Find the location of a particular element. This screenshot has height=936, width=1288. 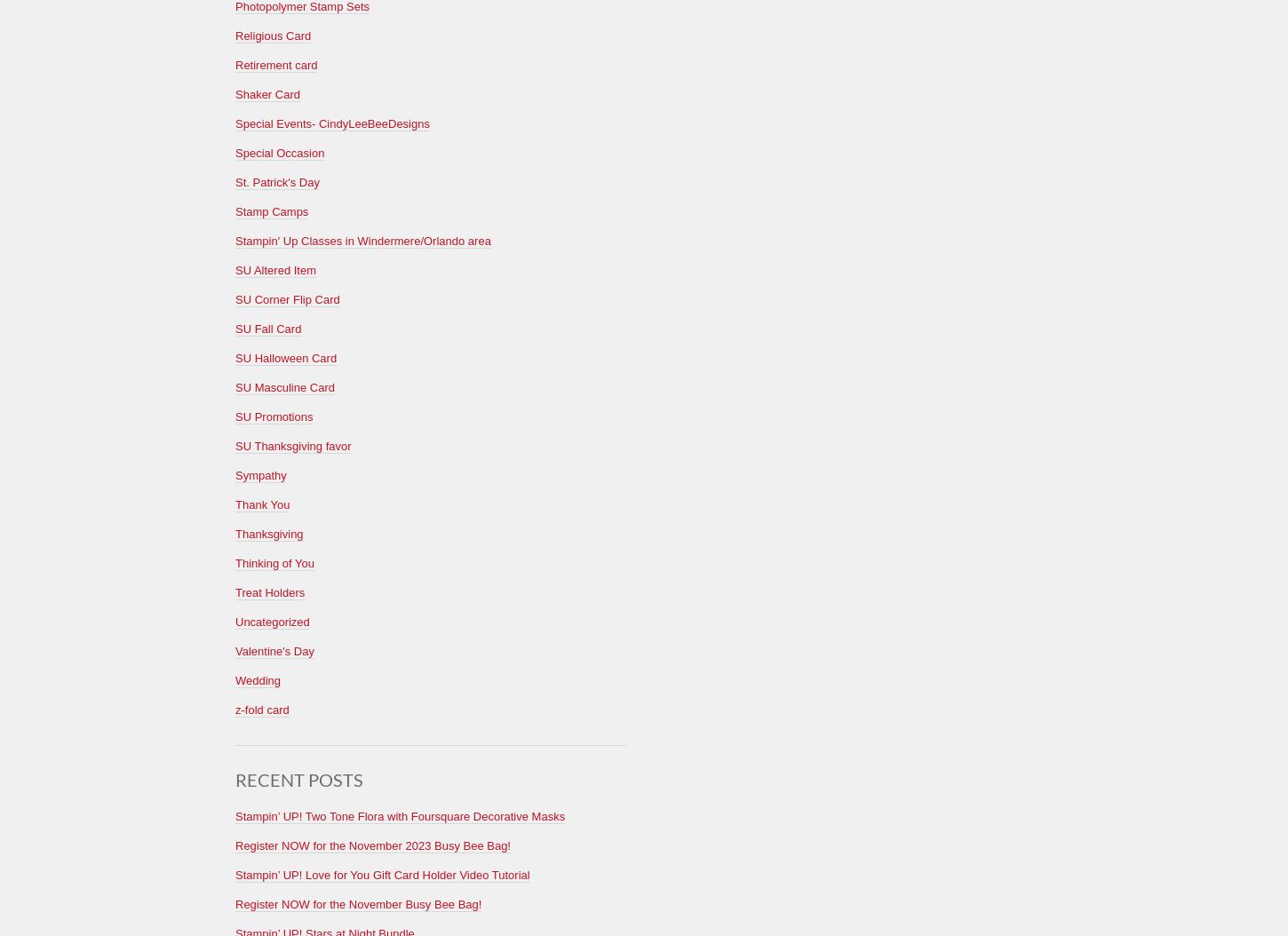

'z-fold card' is located at coordinates (261, 708).